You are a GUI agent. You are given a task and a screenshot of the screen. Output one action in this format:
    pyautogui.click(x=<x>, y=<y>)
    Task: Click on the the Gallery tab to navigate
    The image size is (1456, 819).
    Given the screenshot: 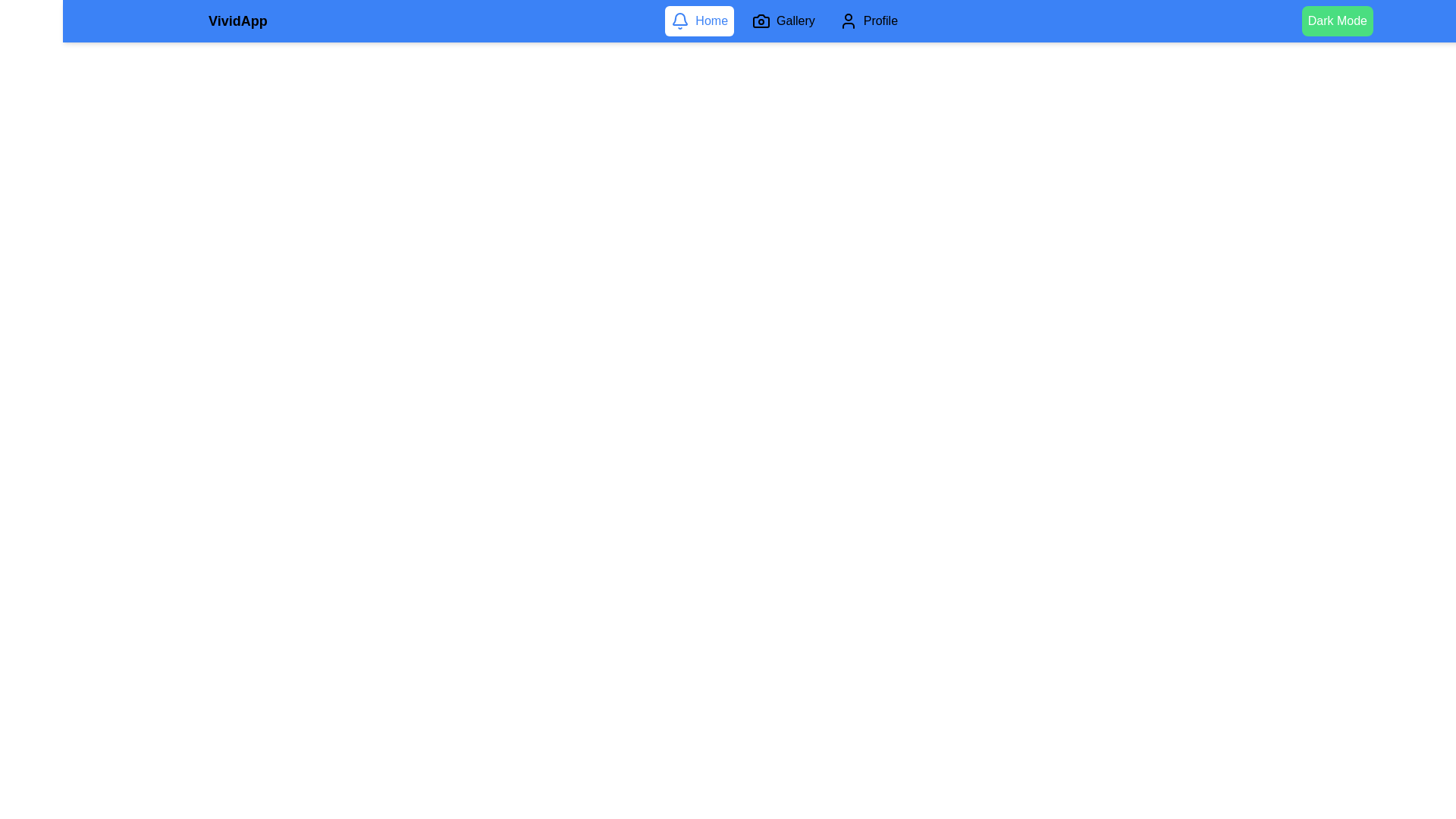 What is the action you would take?
    pyautogui.click(x=783, y=20)
    